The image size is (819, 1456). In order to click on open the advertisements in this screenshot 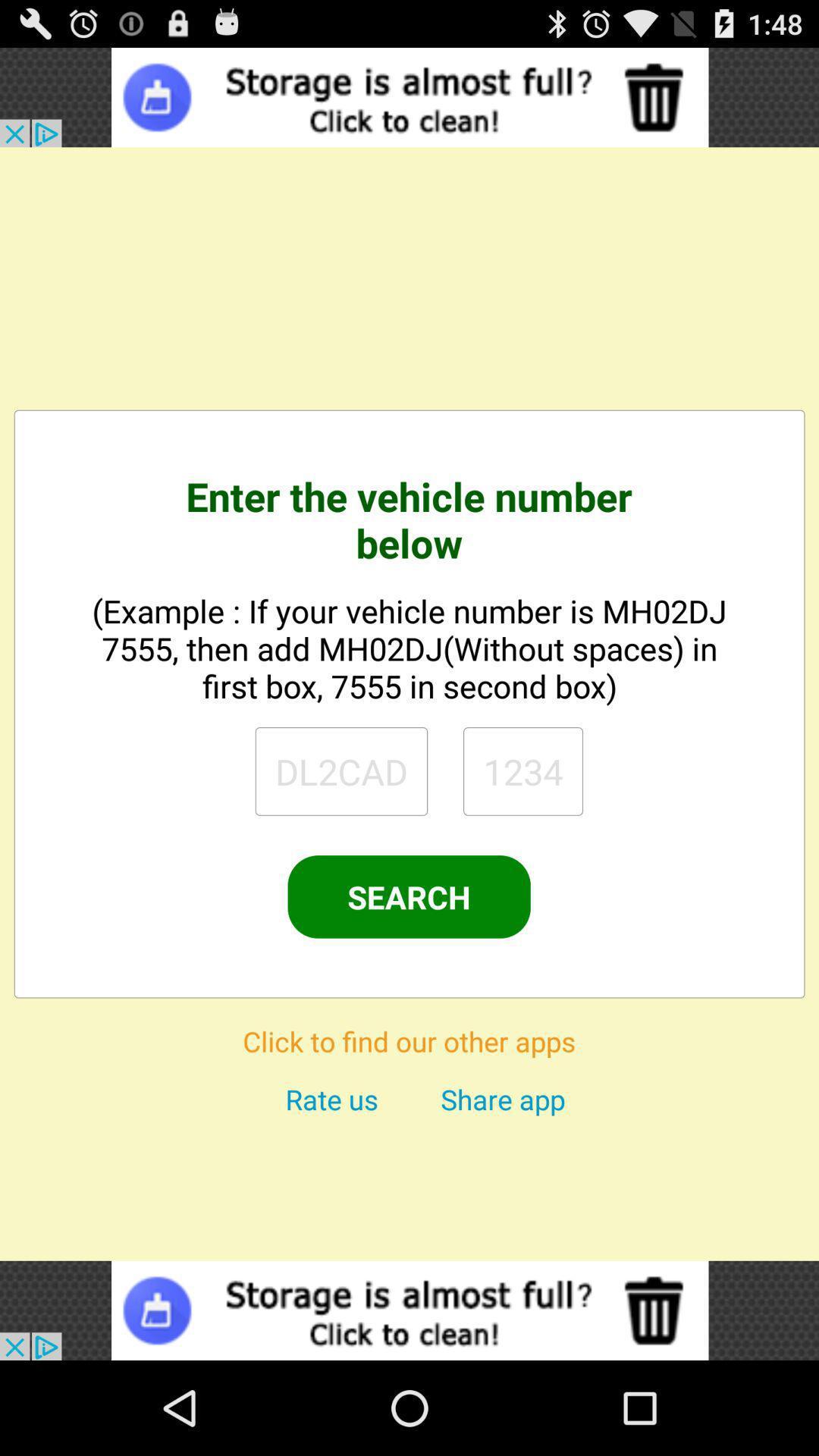, I will do `click(409, 1310)`.